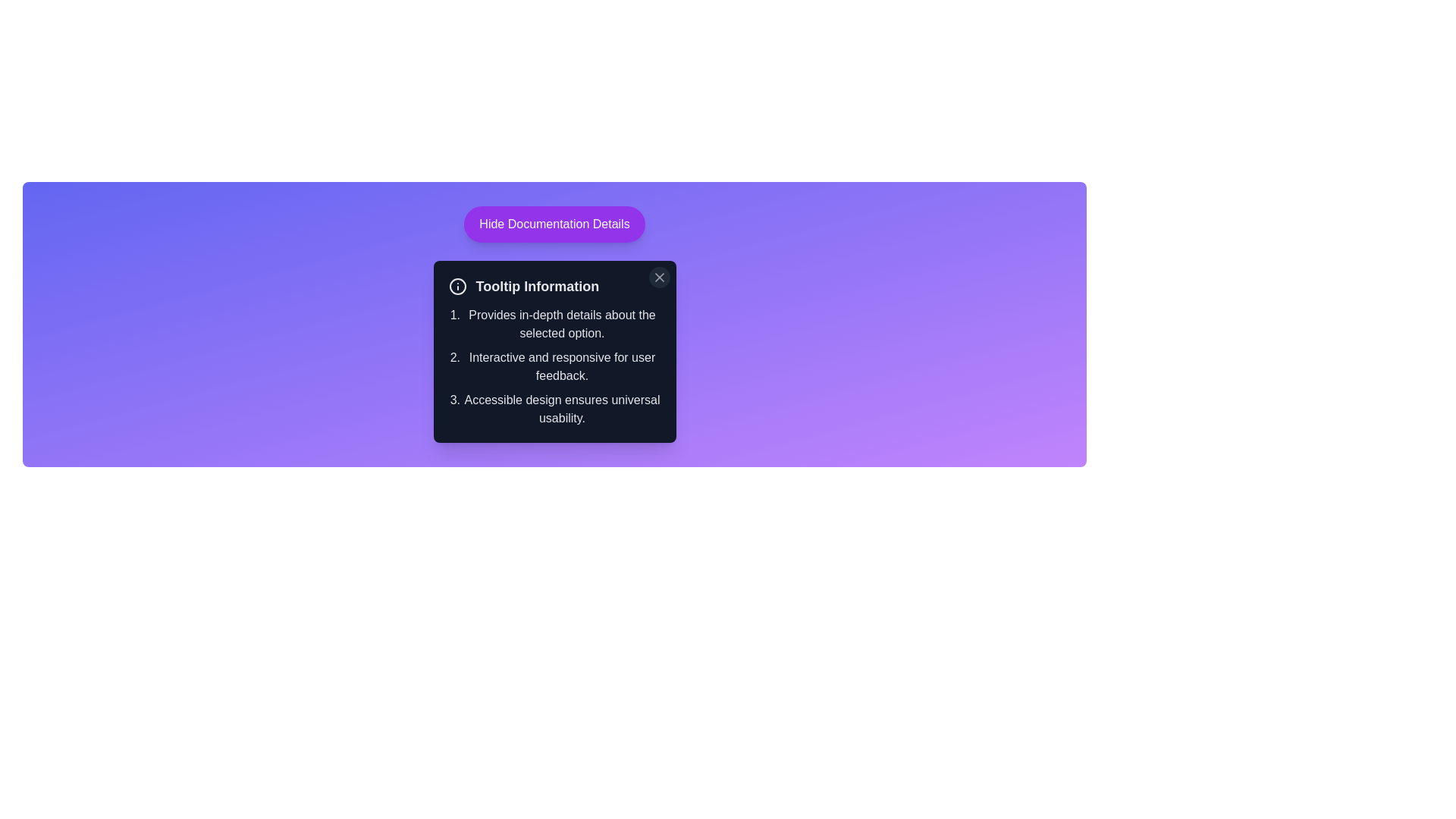  What do you see at coordinates (554, 224) in the screenshot?
I see `the button located above the tooltip window with a gradient background from indigo to purple to hide the documentation details` at bounding box center [554, 224].